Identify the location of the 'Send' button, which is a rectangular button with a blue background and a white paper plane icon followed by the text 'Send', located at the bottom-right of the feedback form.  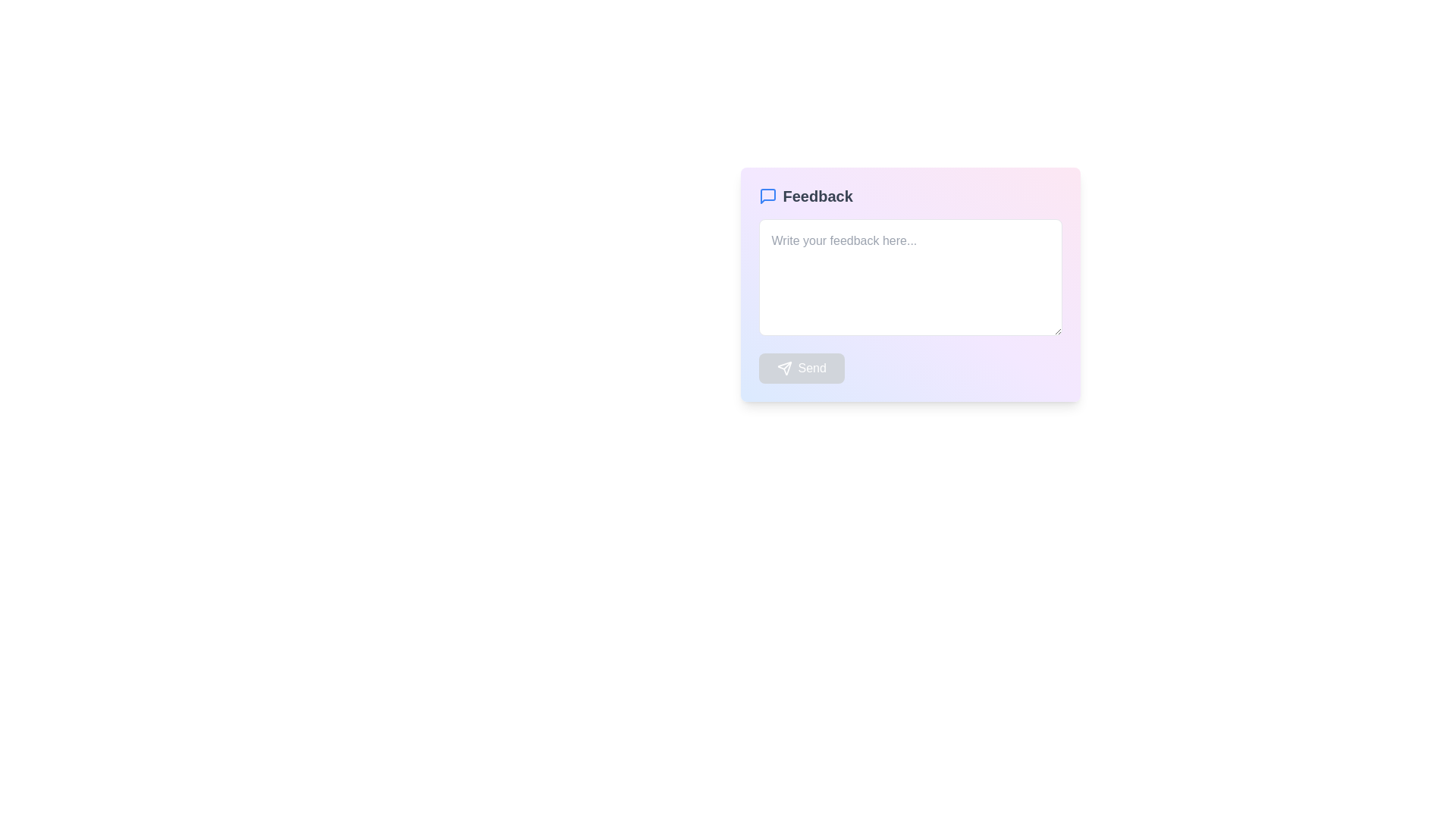
(801, 369).